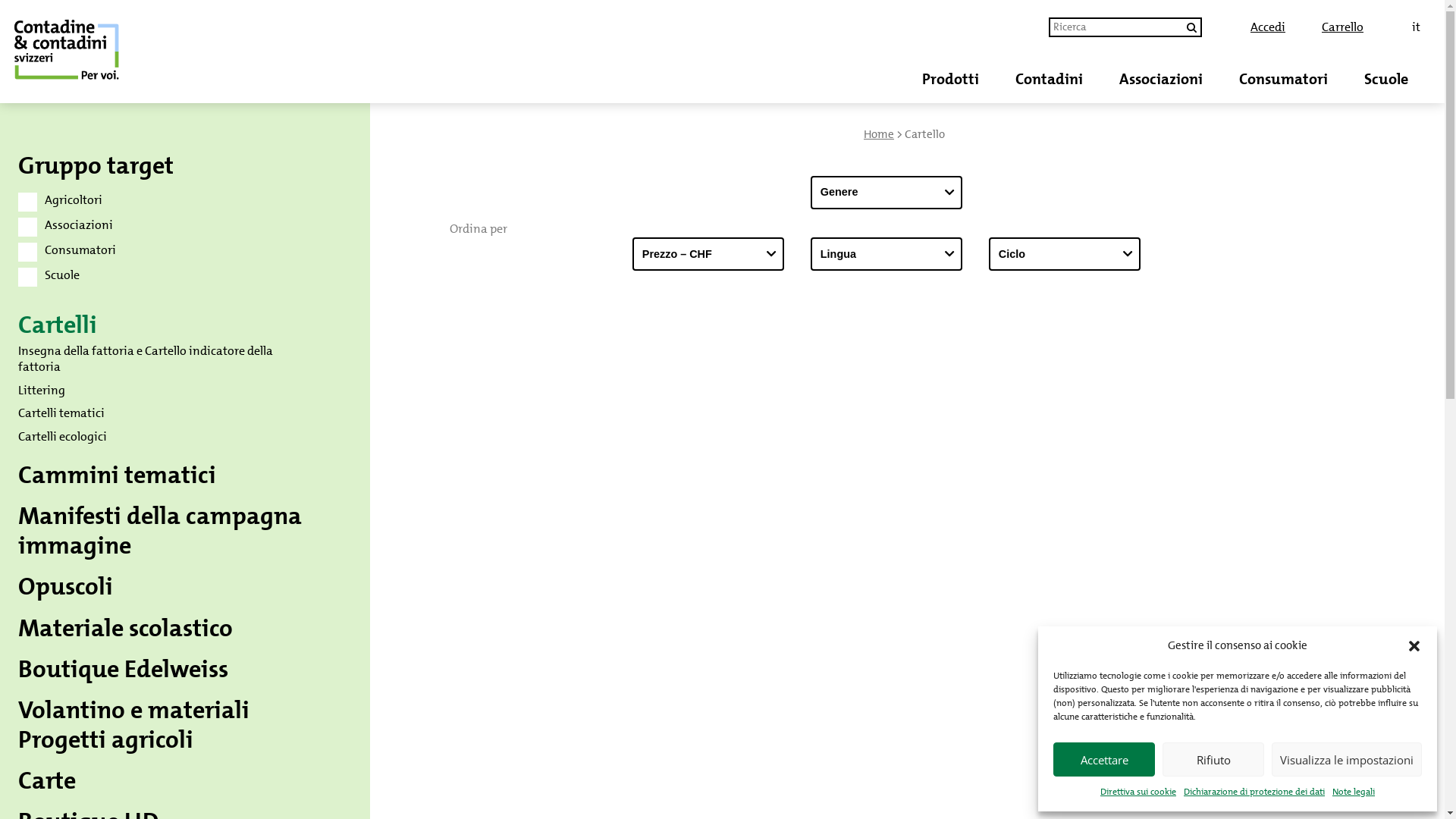 This screenshot has height=819, width=1456. I want to click on 'Ciclo', so click(1063, 253).